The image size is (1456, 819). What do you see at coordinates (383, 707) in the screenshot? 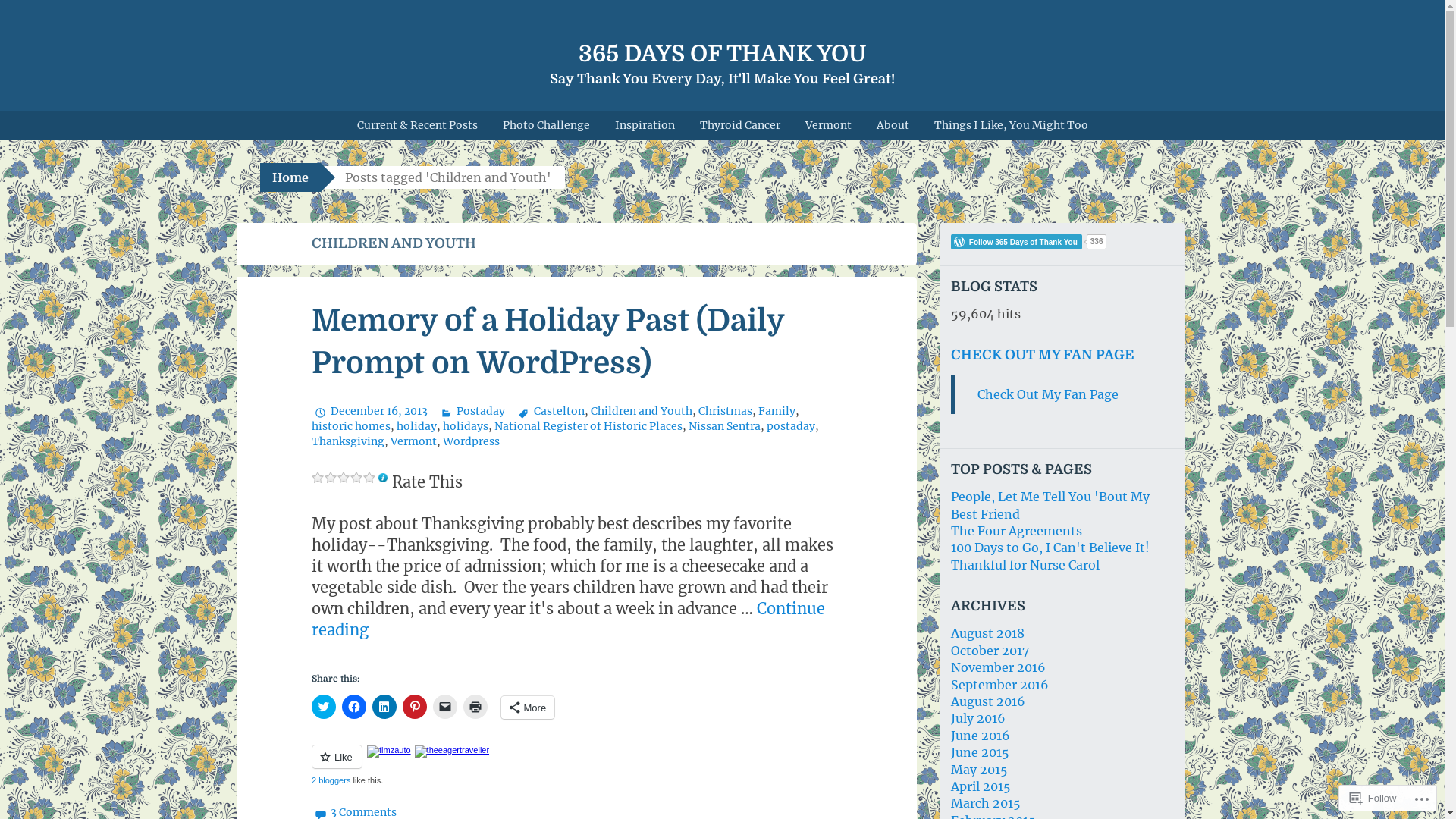
I see `'Click to share on LinkedIn (Opens in new window)'` at bounding box center [383, 707].